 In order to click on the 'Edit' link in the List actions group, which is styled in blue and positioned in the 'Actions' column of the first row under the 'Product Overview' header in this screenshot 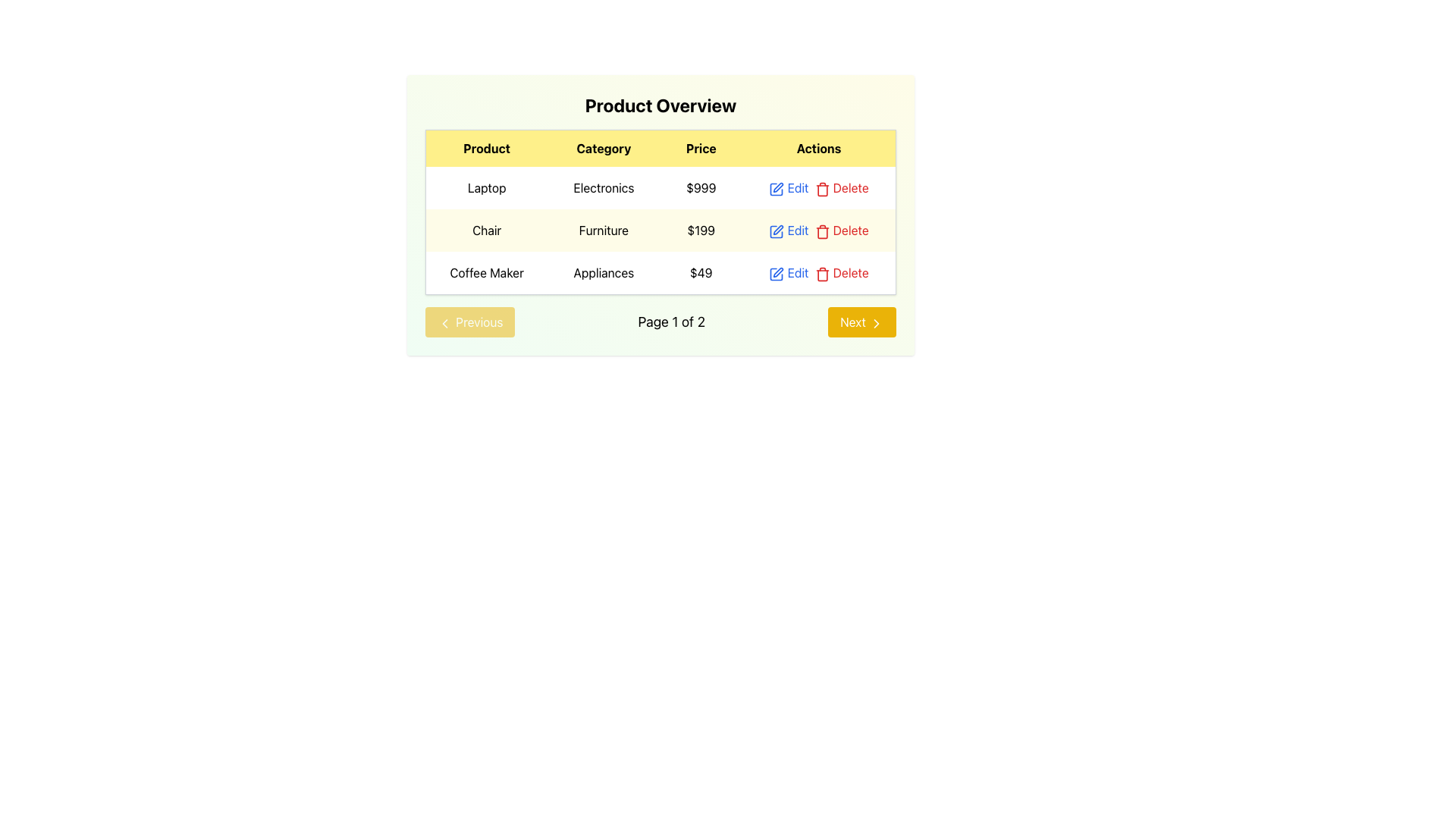, I will do `click(818, 187)`.